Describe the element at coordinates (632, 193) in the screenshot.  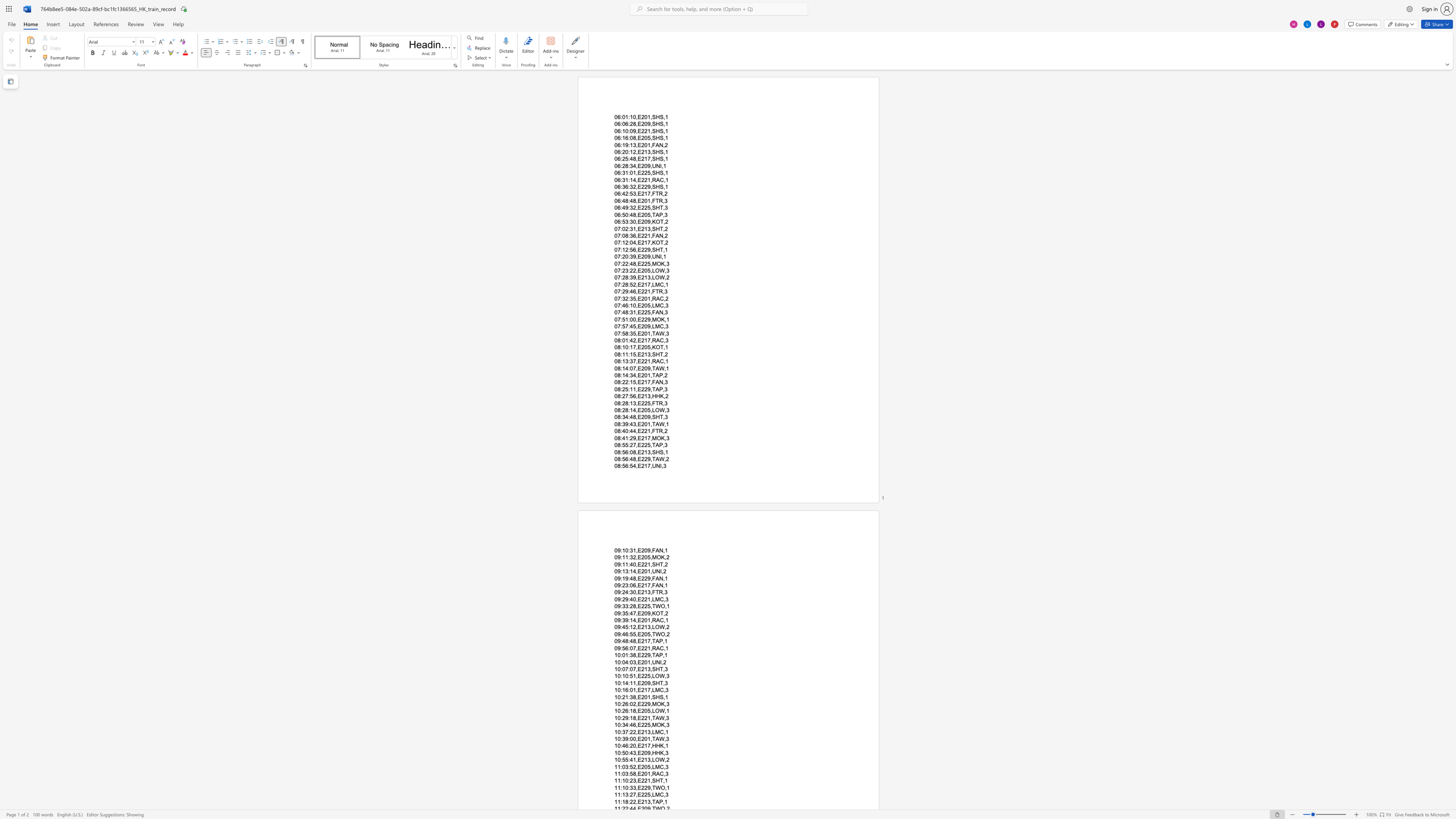
I see `the subset text "3,E217,FTR,2" within the text "06:42:53,E217,FTR,2"` at that location.